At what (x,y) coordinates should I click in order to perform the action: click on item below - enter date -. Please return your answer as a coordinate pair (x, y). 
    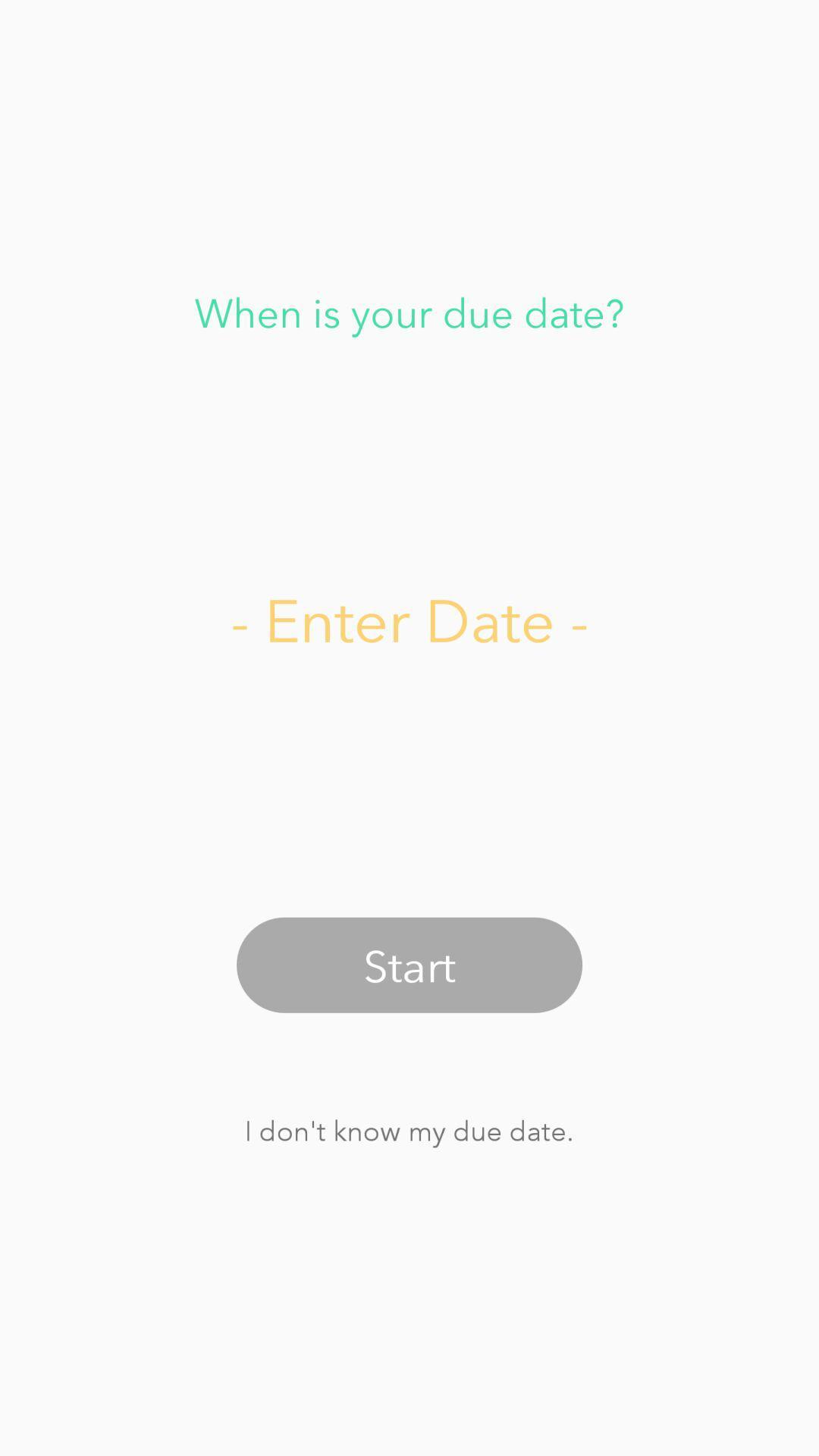
    Looking at the image, I should click on (409, 964).